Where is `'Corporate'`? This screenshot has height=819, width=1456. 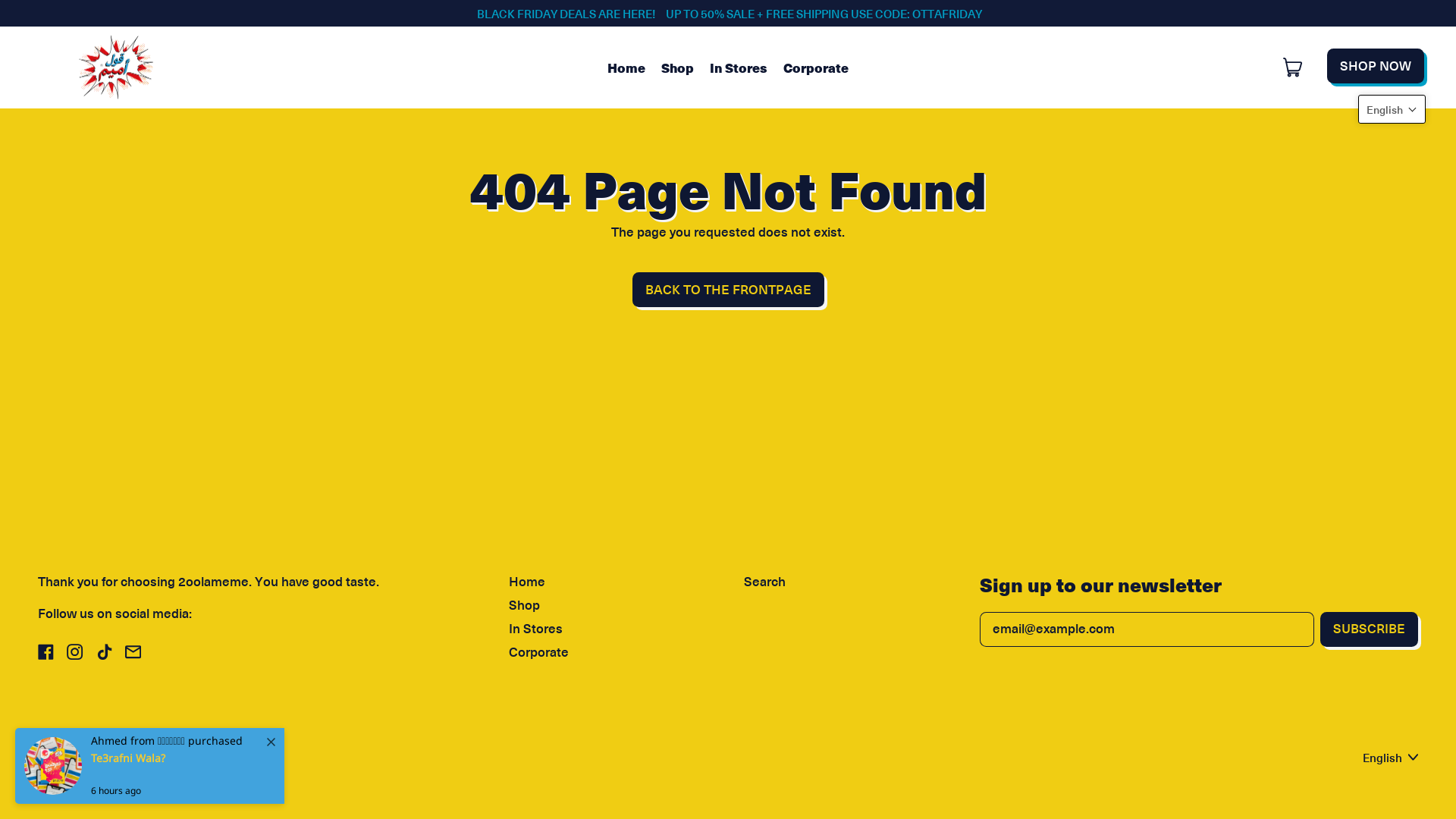 'Corporate' is located at coordinates (509, 651).